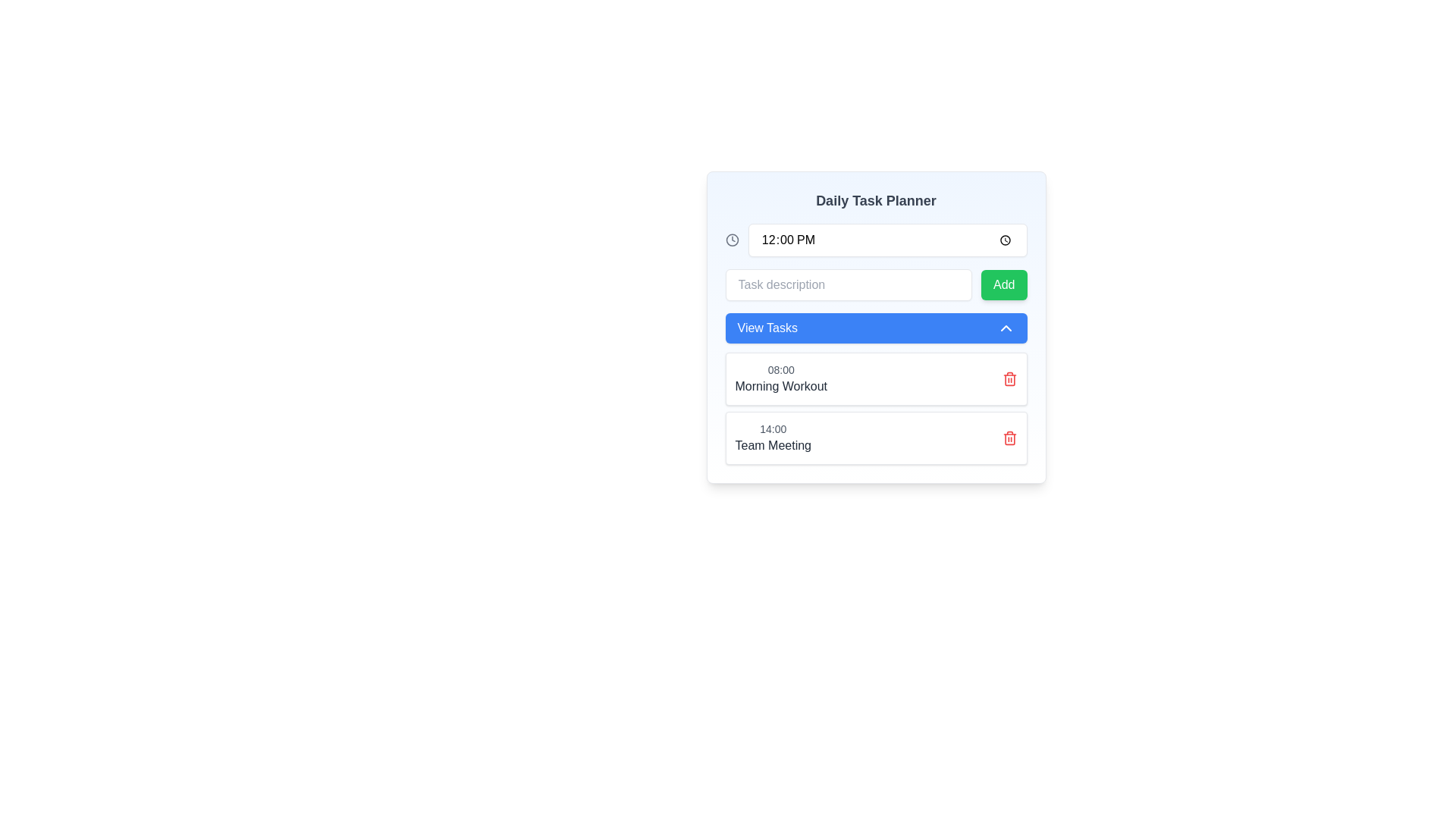 The width and height of the screenshot is (1456, 819). I want to click on the 'Add' button with a green background, which is styled with rounded corners and located to the right of the 'Task description' input field, so click(1004, 284).